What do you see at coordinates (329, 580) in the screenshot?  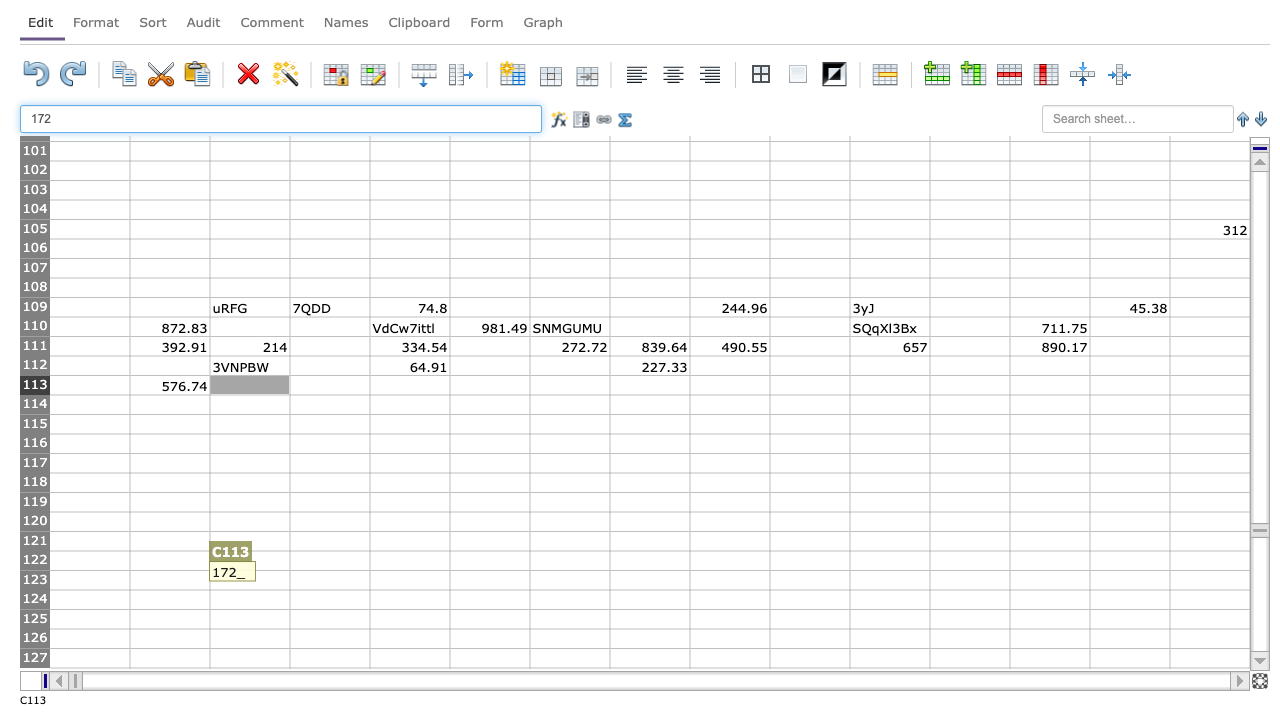 I see `Cell at position D123` at bounding box center [329, 580].